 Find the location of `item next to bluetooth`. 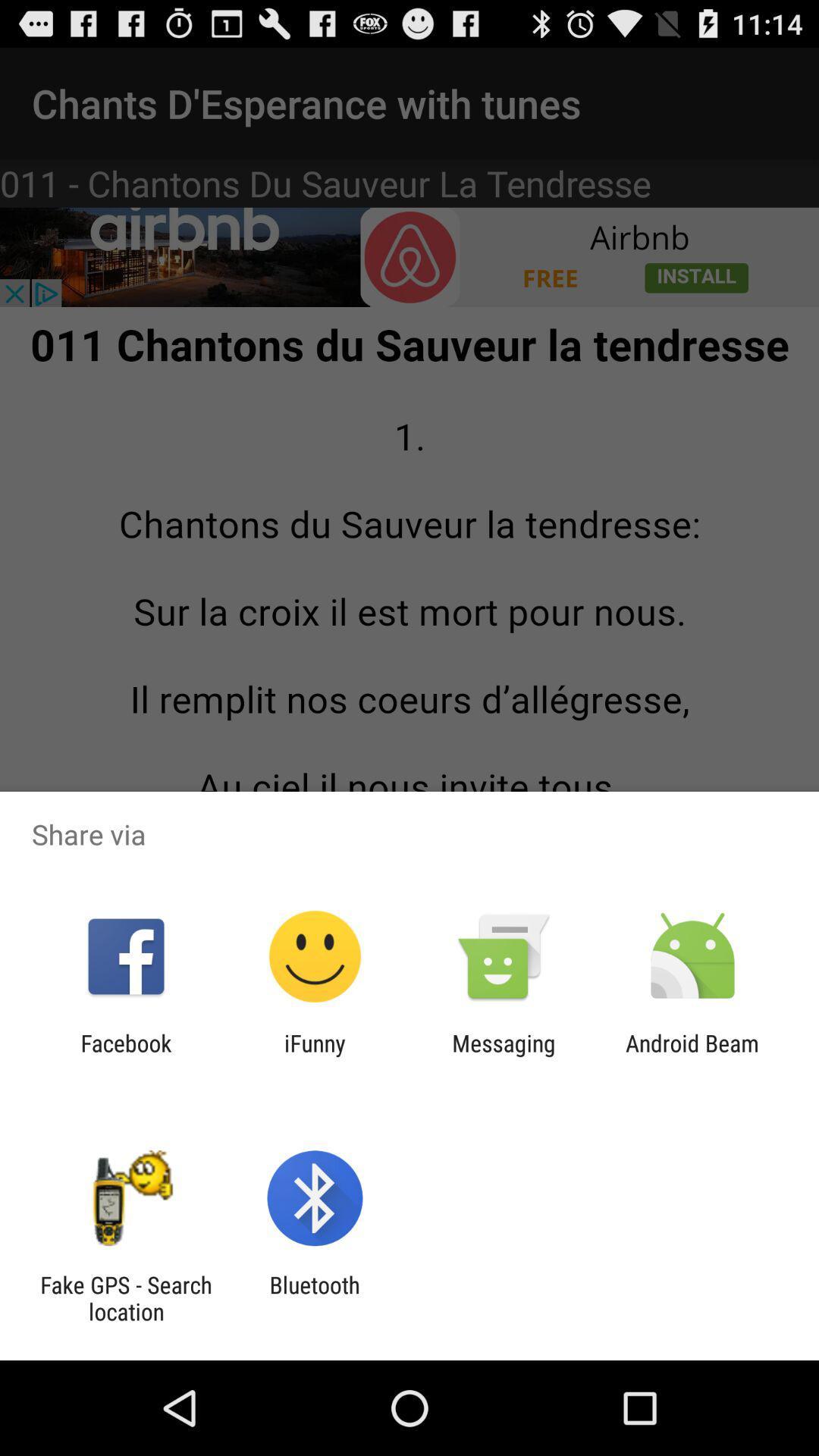

item next to bluetooth is located at coordinates (125, 1298).